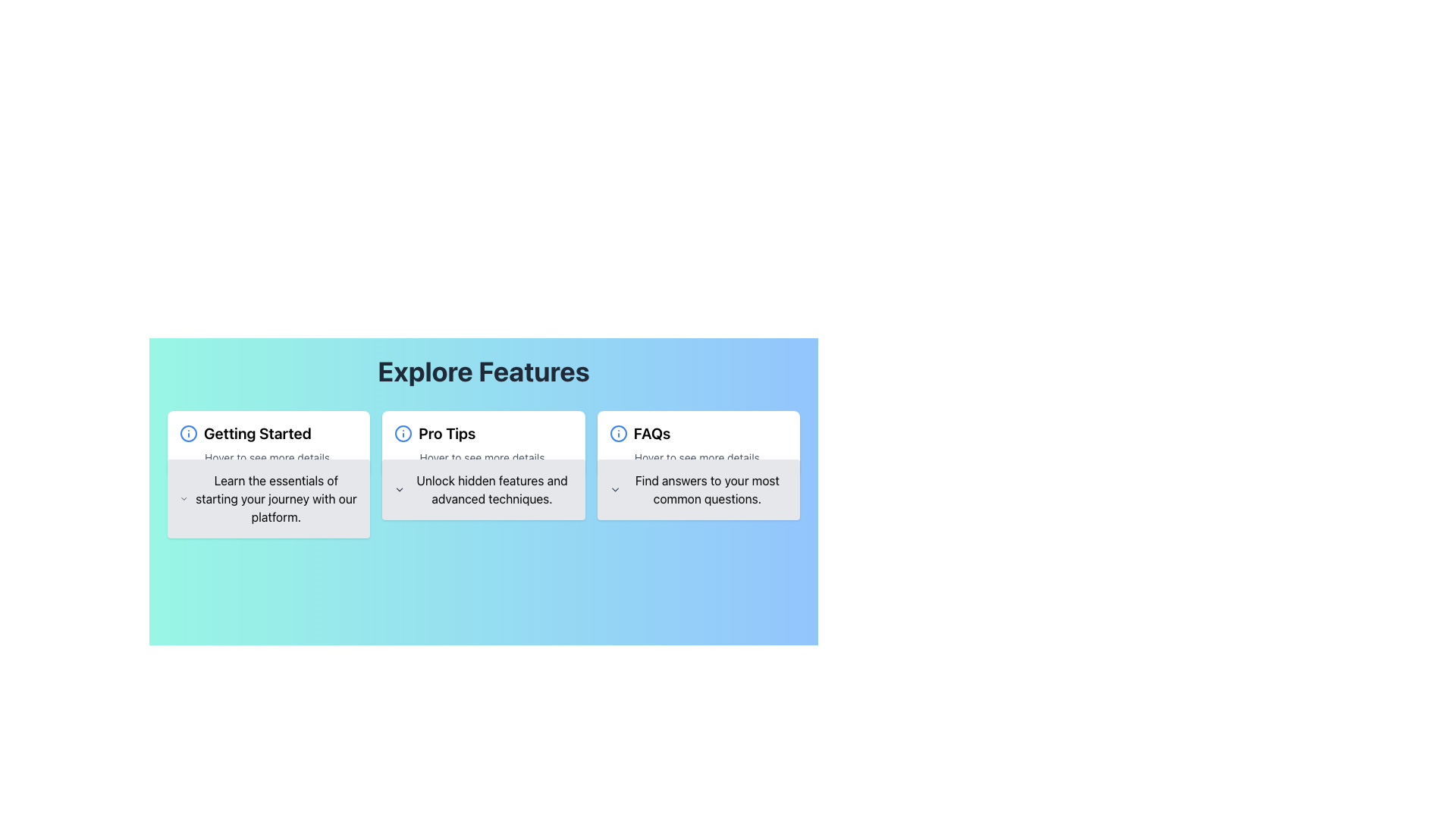 The width and height of the screenshot is (1456, 819). I want to click on the informational icon located to the left of the 'Pro Tips' text in the header section of the 'Pro Tips' card, so click(403, 433).